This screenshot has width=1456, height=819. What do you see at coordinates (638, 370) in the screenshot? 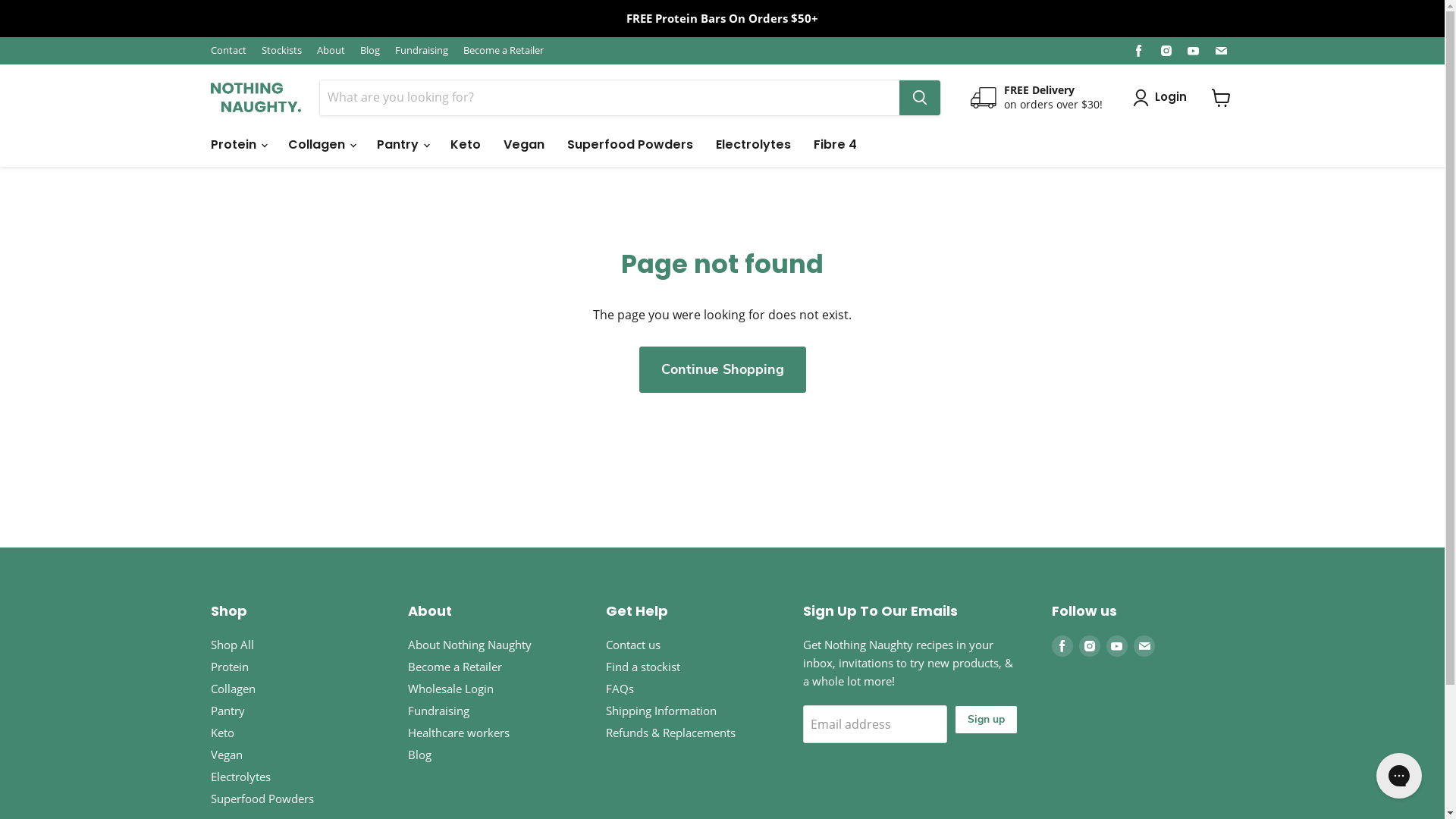
I see `'Continue Shopping'` at bounding box center [638, 370].